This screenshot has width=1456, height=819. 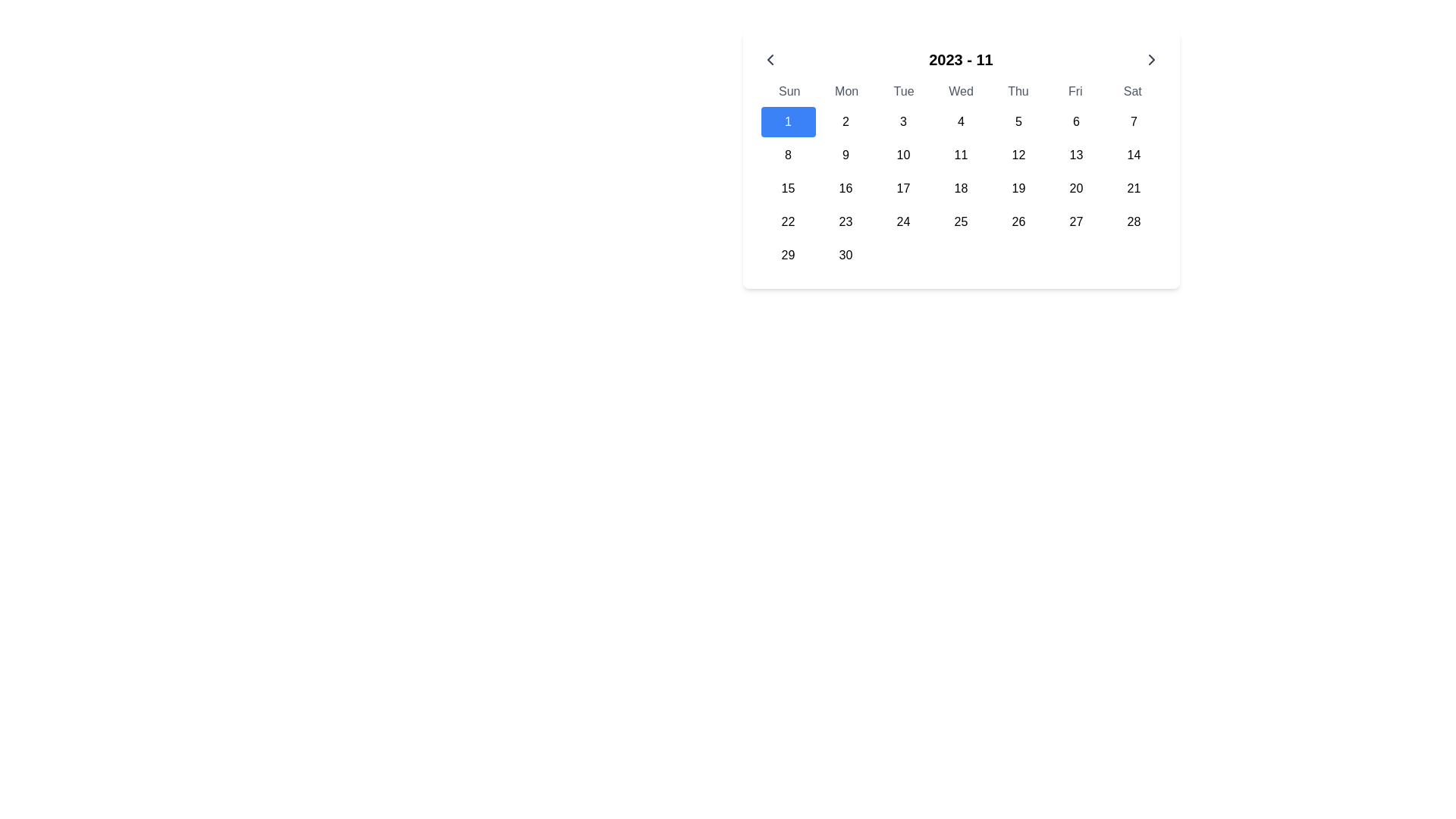 I want to click on the rectangular button displaying the number '29' located in the last row and first column of the grid, so click(x=788, y=254).